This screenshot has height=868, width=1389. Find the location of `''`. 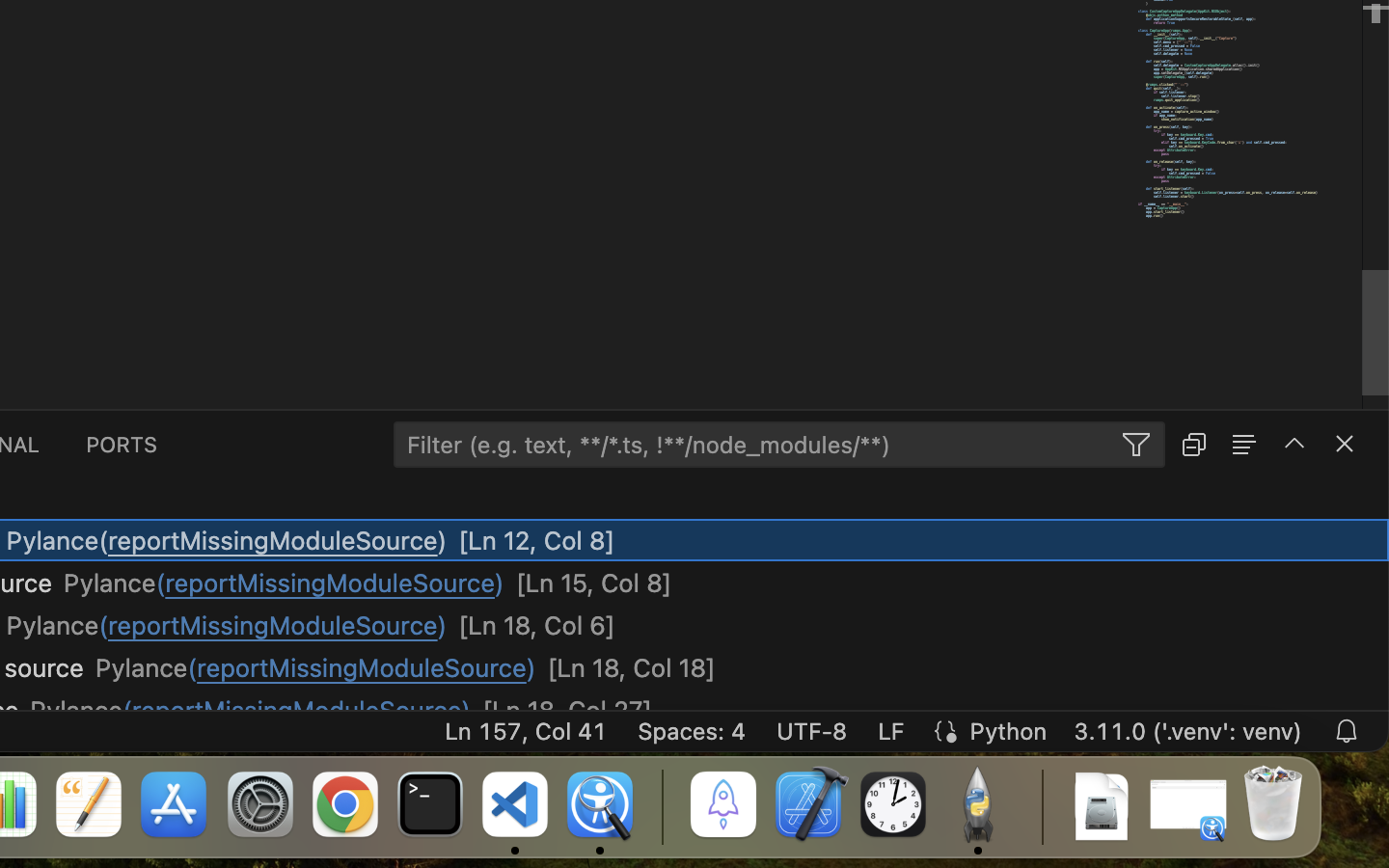

'' is located at coordinates (1345, 442).